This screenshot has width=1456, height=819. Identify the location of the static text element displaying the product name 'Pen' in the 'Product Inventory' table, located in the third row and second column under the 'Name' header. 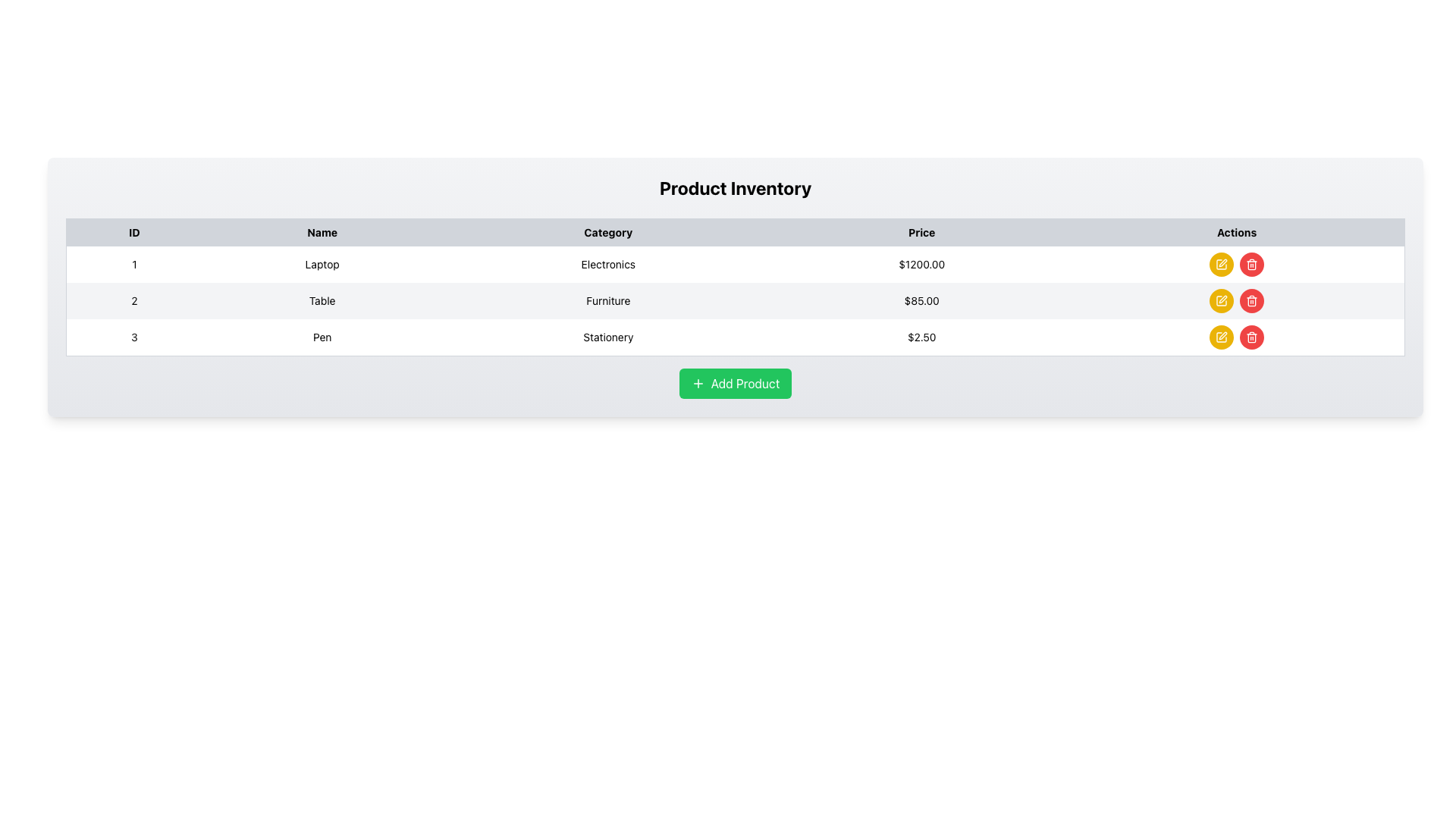
(322, 337).